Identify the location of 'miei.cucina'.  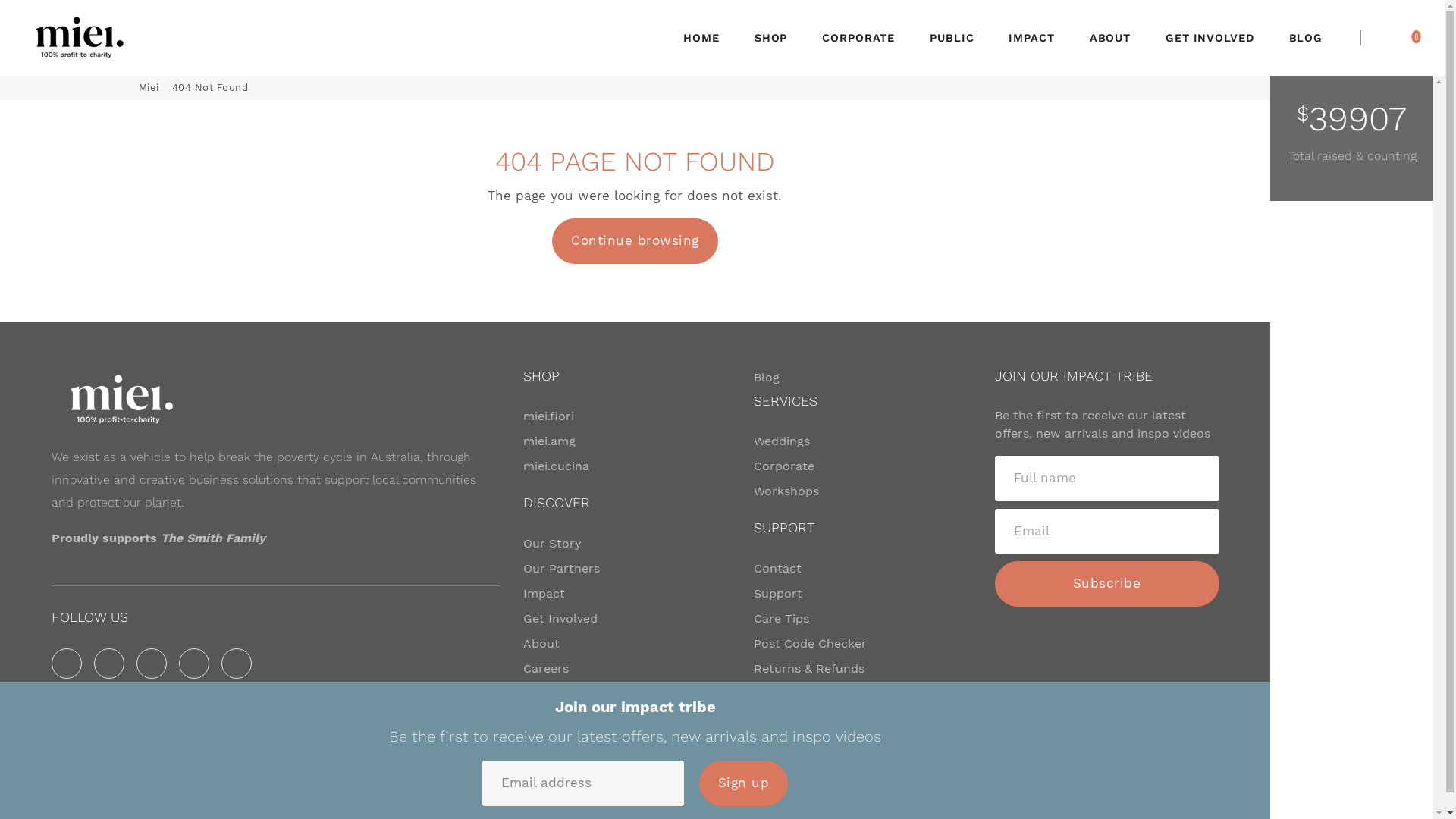
(555, 465).